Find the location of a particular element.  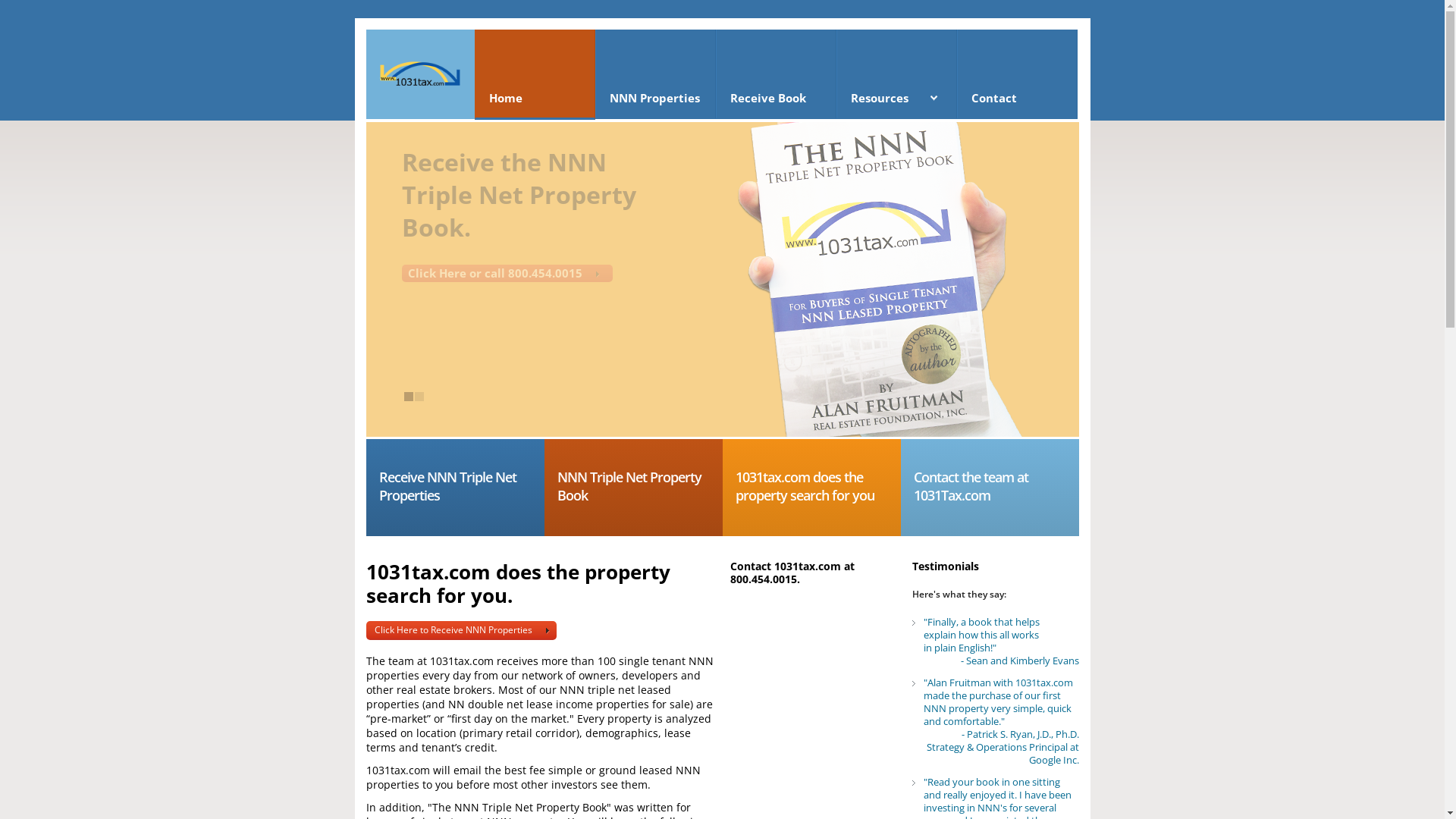

'Contact' is located at coordinates (1017, 74).